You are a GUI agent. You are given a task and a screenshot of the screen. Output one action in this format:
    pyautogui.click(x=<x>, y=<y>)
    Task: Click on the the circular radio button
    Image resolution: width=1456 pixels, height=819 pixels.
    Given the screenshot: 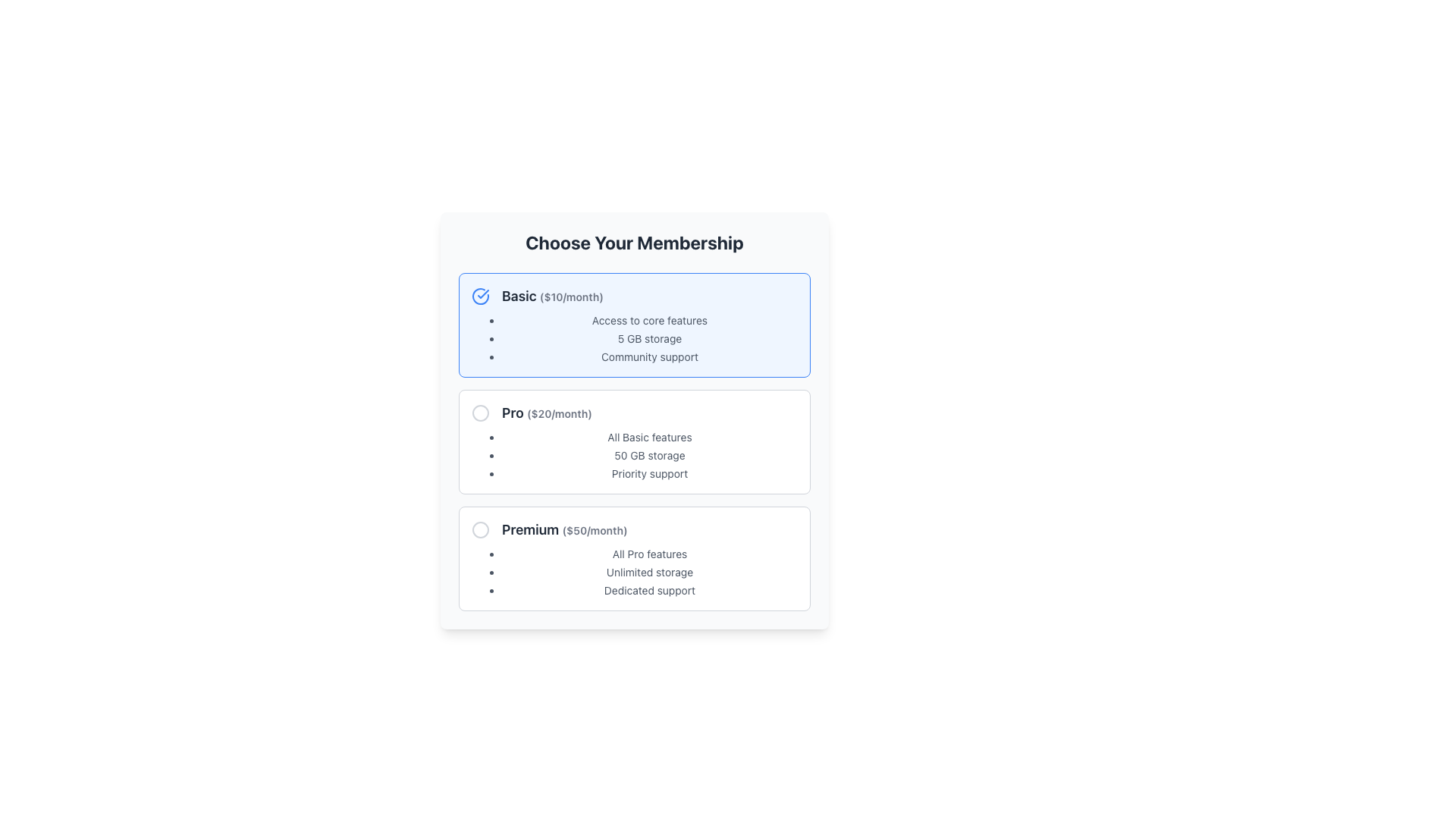 What is the action you would take?
    pyautogui.click(x=479, y=529)
    